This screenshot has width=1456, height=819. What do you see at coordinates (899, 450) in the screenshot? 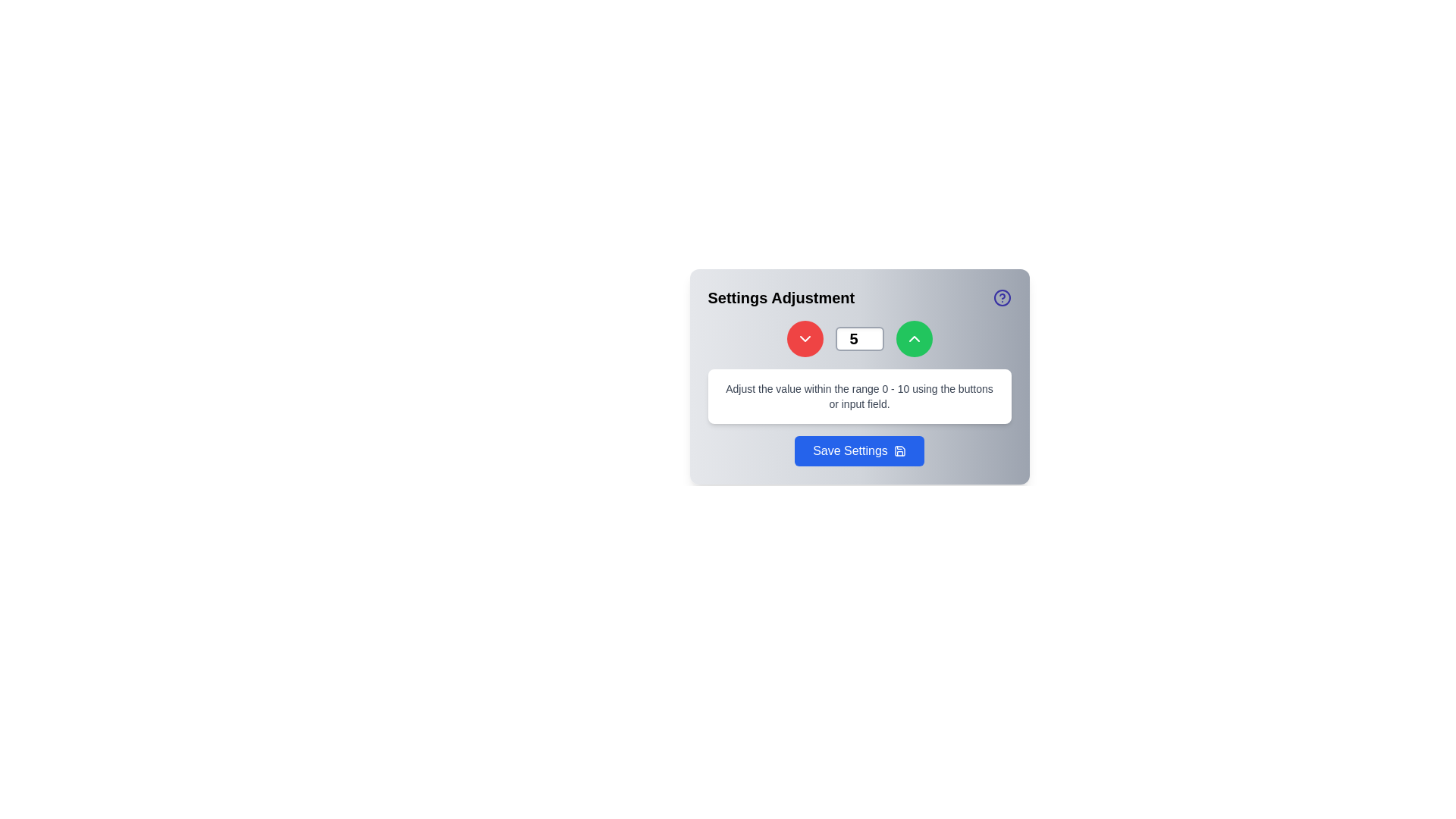
I see `the save icon located to the right of the 'Save Settings' button within the modal interface` at bounding box center [899, 450].